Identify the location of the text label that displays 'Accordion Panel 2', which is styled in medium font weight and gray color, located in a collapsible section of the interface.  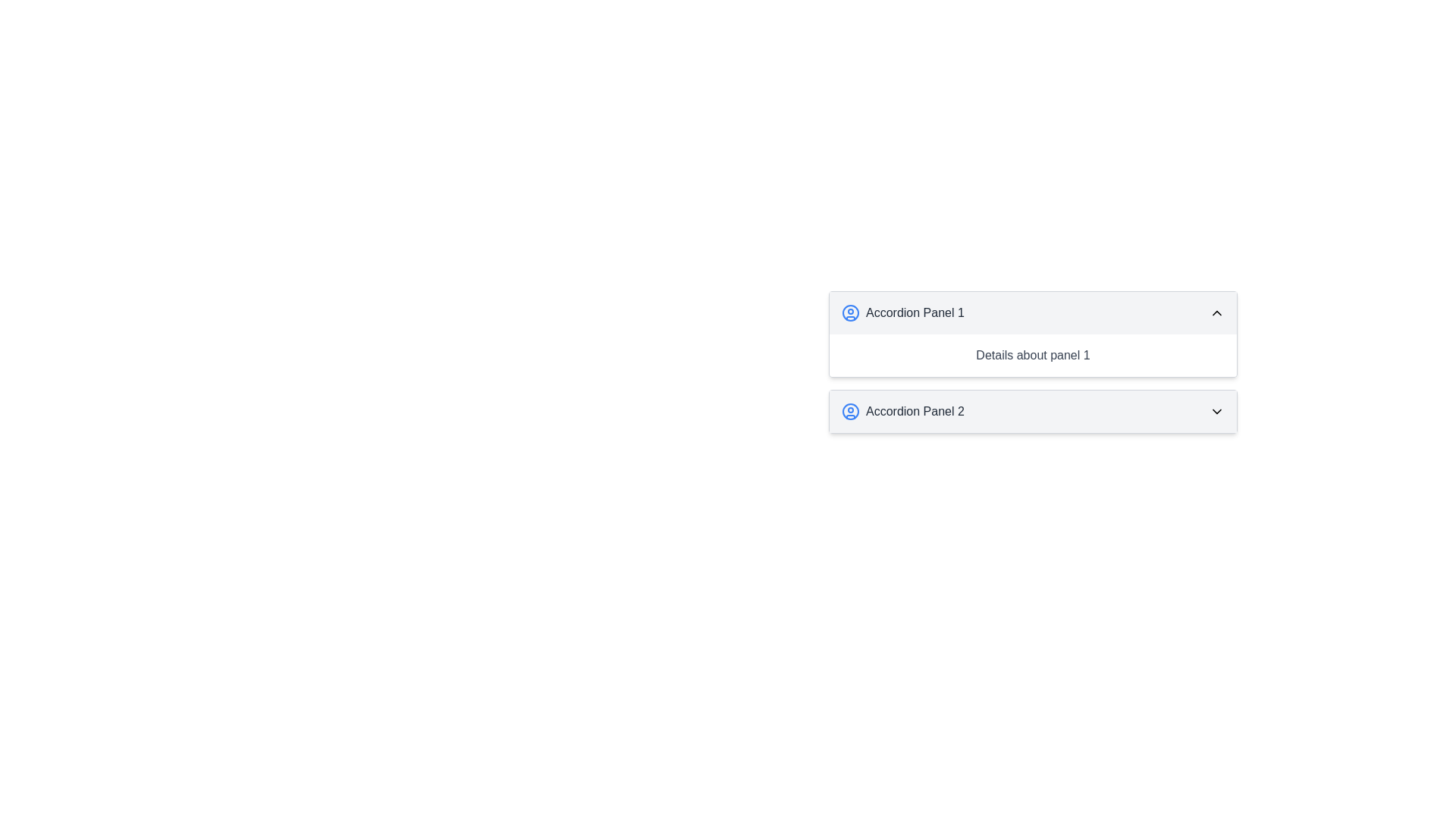
(914, 412).